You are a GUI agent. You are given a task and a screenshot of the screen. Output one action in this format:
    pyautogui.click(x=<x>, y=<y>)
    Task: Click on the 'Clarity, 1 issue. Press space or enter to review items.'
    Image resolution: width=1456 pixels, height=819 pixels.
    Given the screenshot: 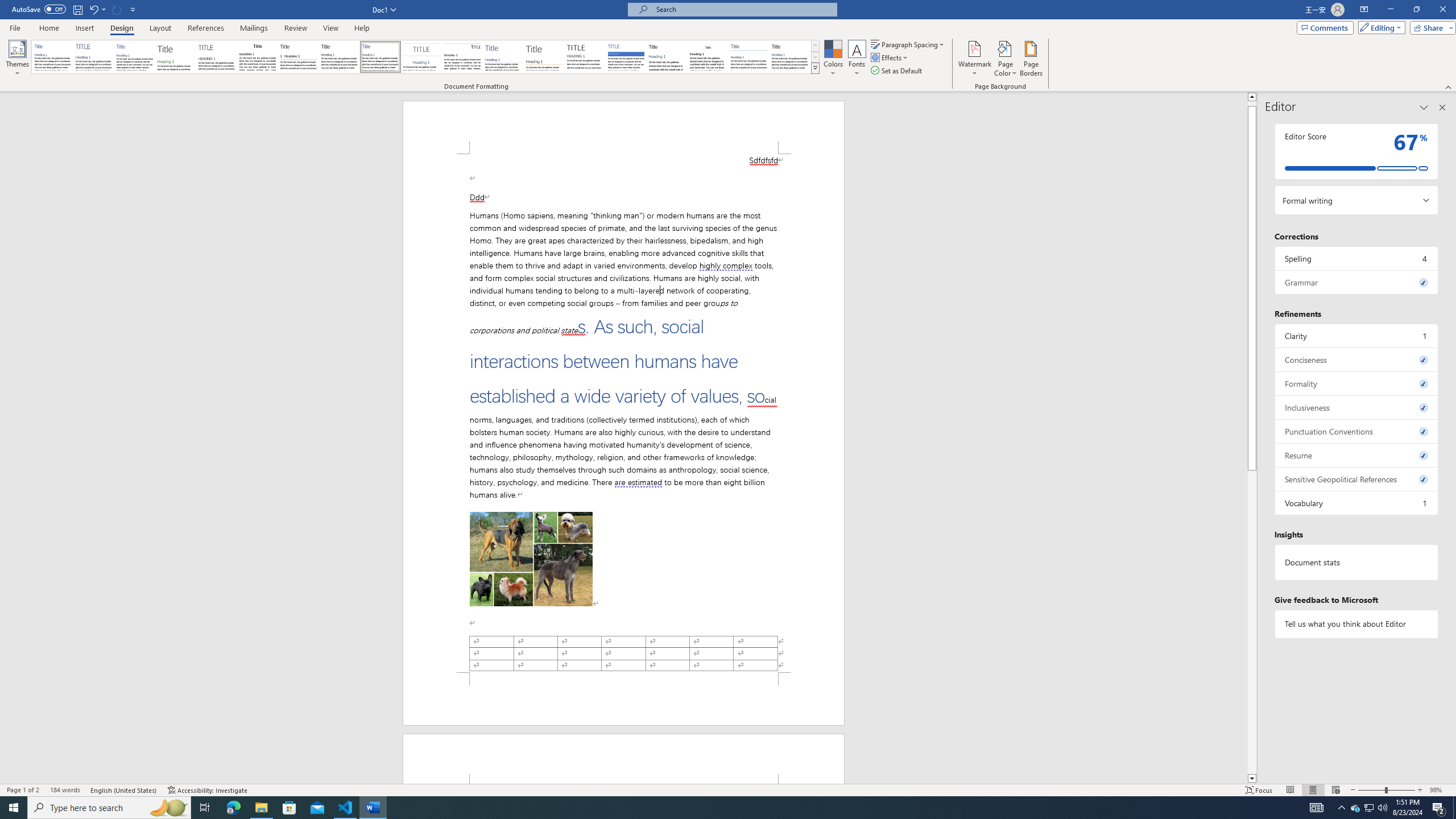 What is the action you would take?
    pyautogui.click(x=1356, y=335)
    